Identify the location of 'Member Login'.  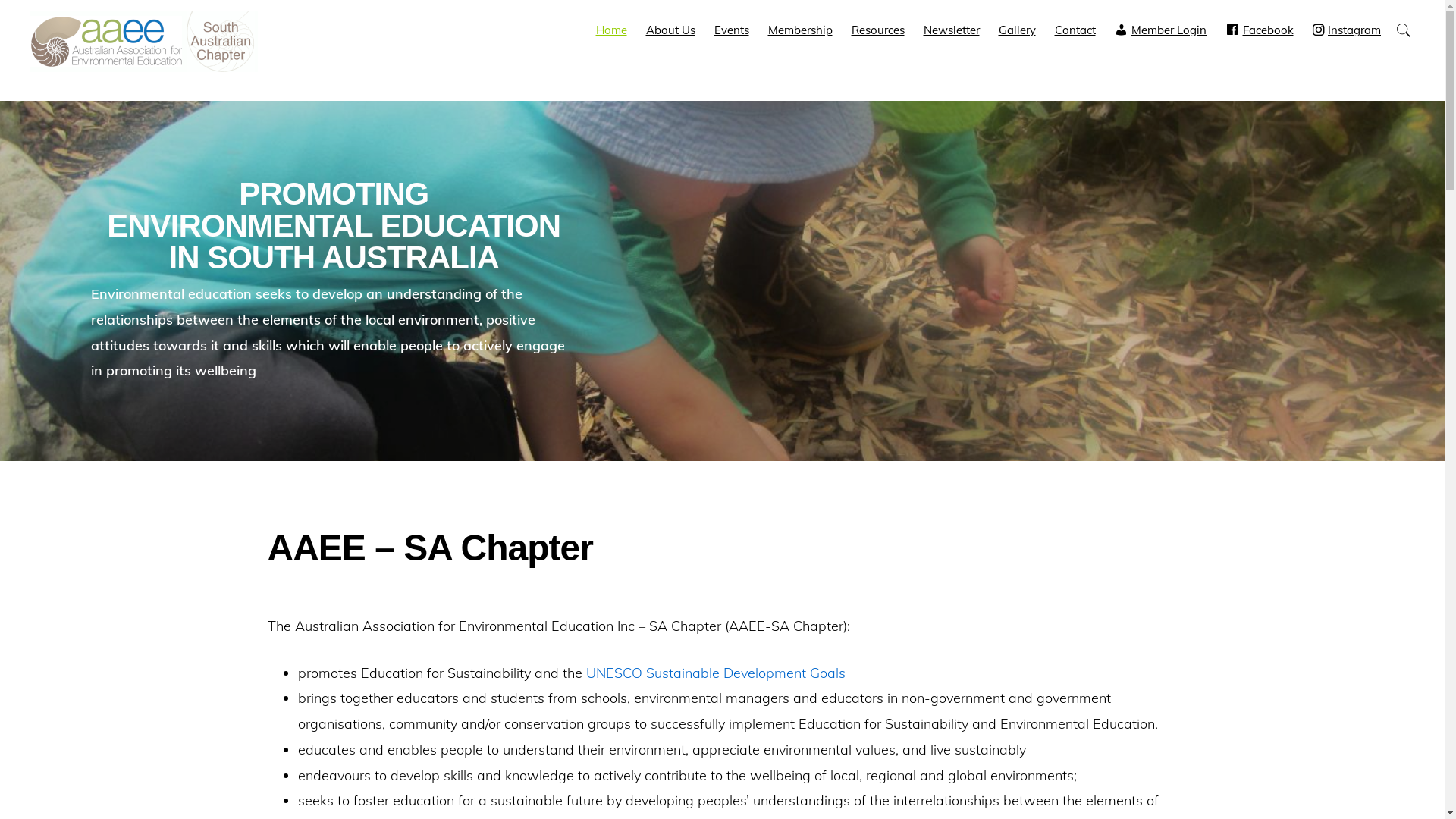
(1160, 30).